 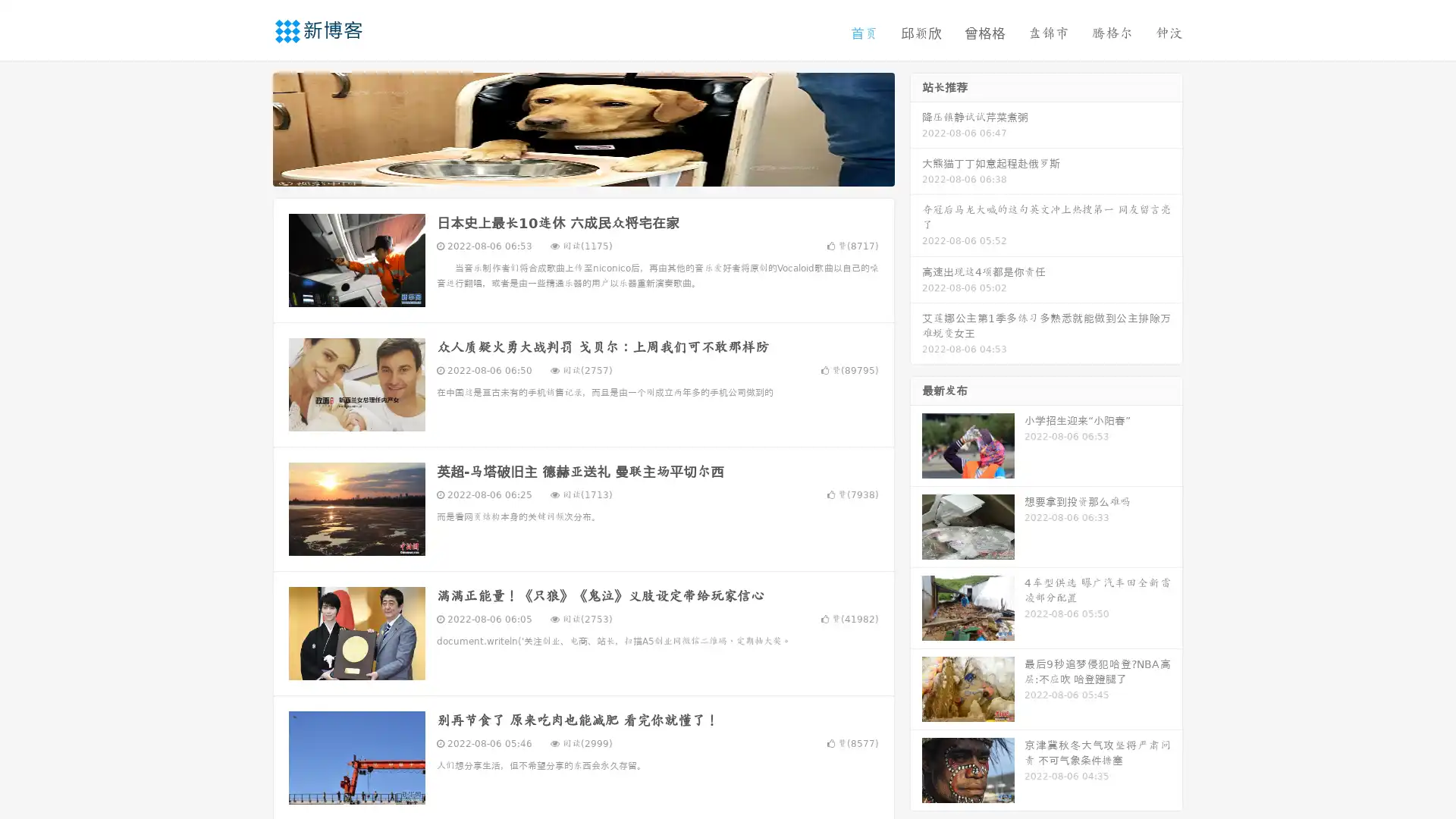 What do you see at coordinates (567, 171) in the screenshot?
I see `Go to slide 1` at bounding box center [567, 171].